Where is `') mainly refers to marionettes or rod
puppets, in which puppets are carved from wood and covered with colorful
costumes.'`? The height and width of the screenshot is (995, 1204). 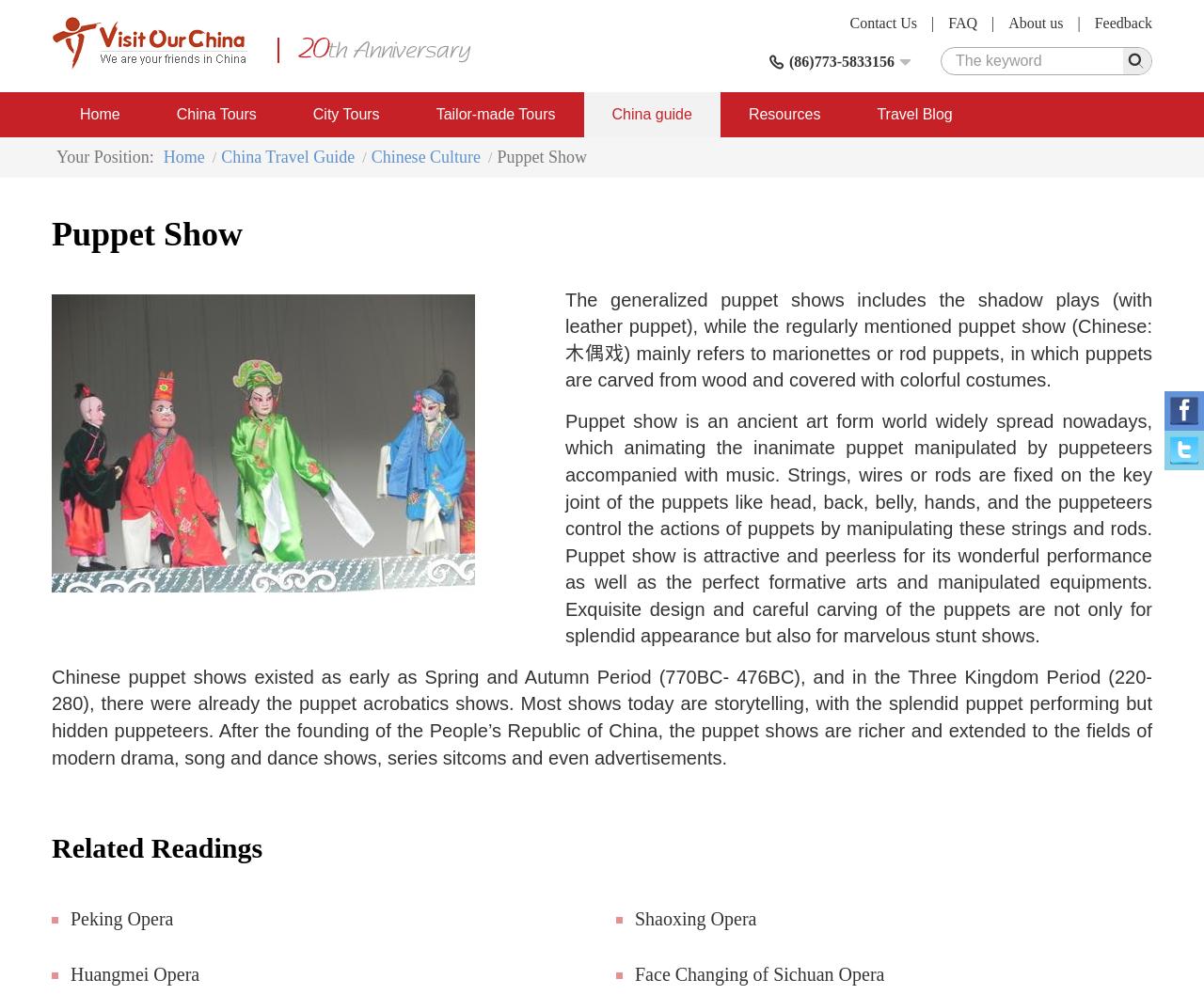 ') mainly refers to marionettes or rod
puppets, in which puppets are carved from wood and covered with colorful
costumes.' is located at coordinates (563, 366).